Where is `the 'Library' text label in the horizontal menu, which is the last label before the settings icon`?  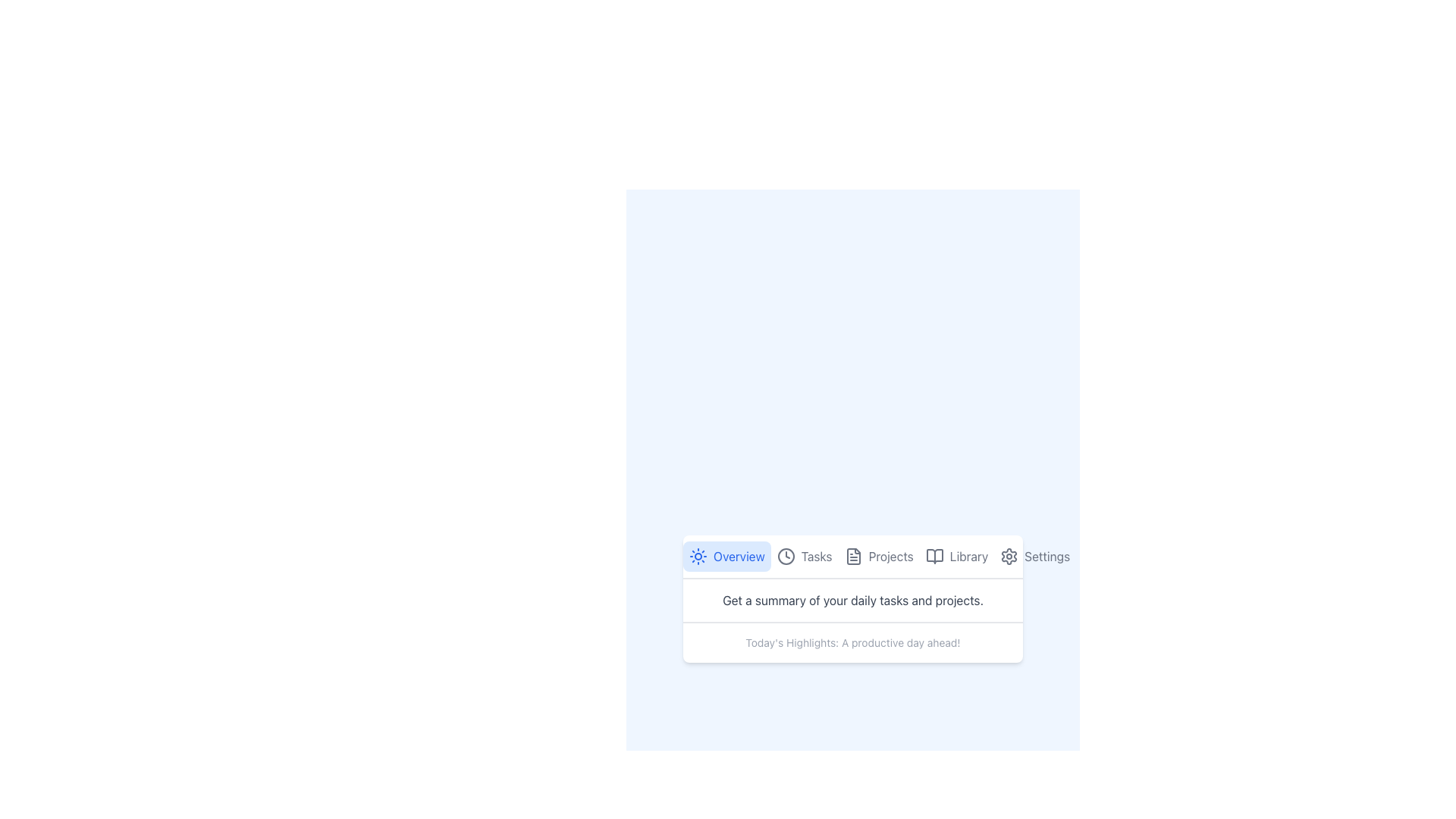 the 'Library' text label in the horizontal menu, which is the last label before the settings icon is located at coordinates (968, 556).